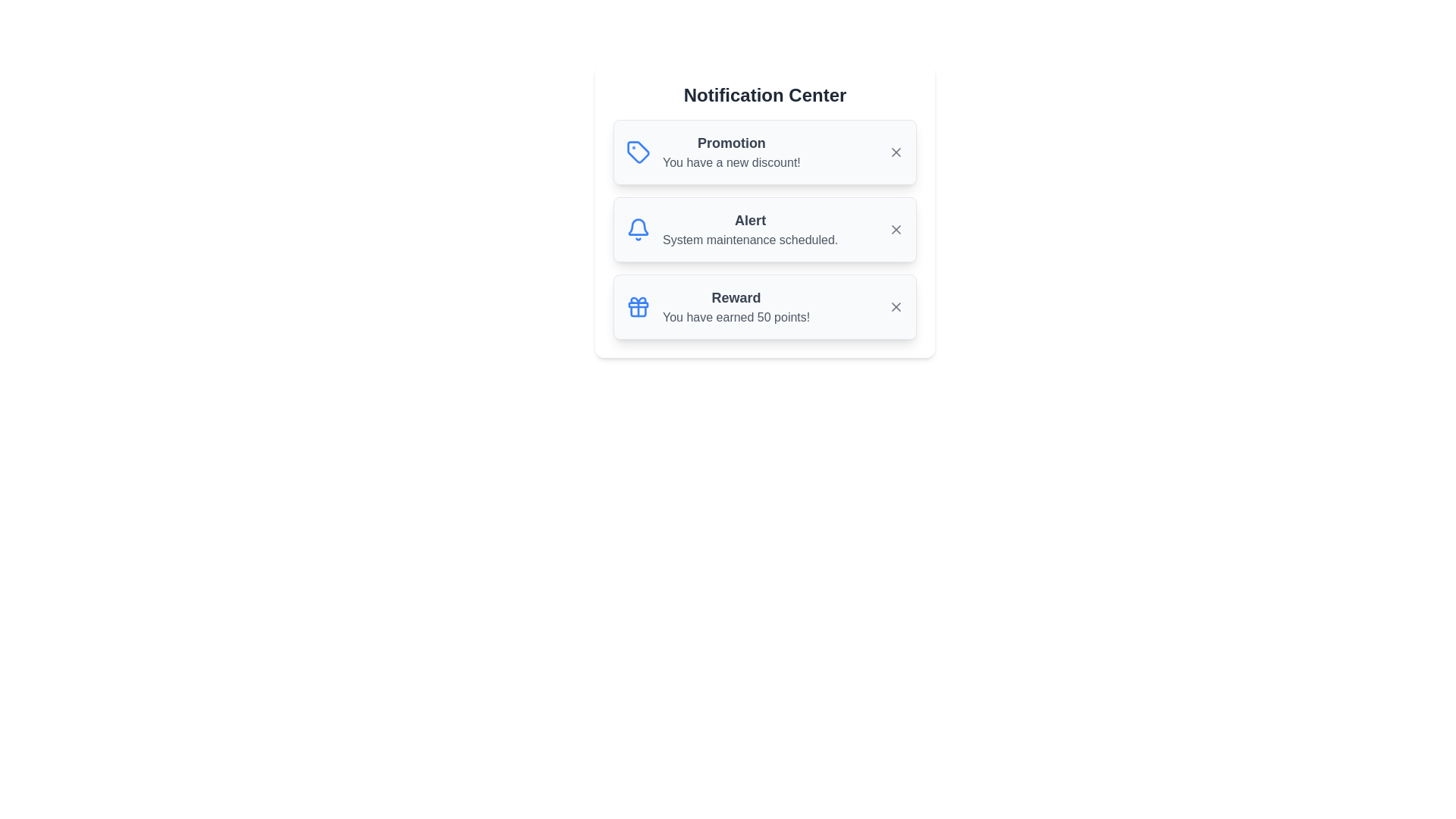  Describe the element at coordinates (750, 220) in the screenshot. I see `the prominent text label displaying 'Alert' in bold and dark gray font located in the Notification Center interface` at that location.